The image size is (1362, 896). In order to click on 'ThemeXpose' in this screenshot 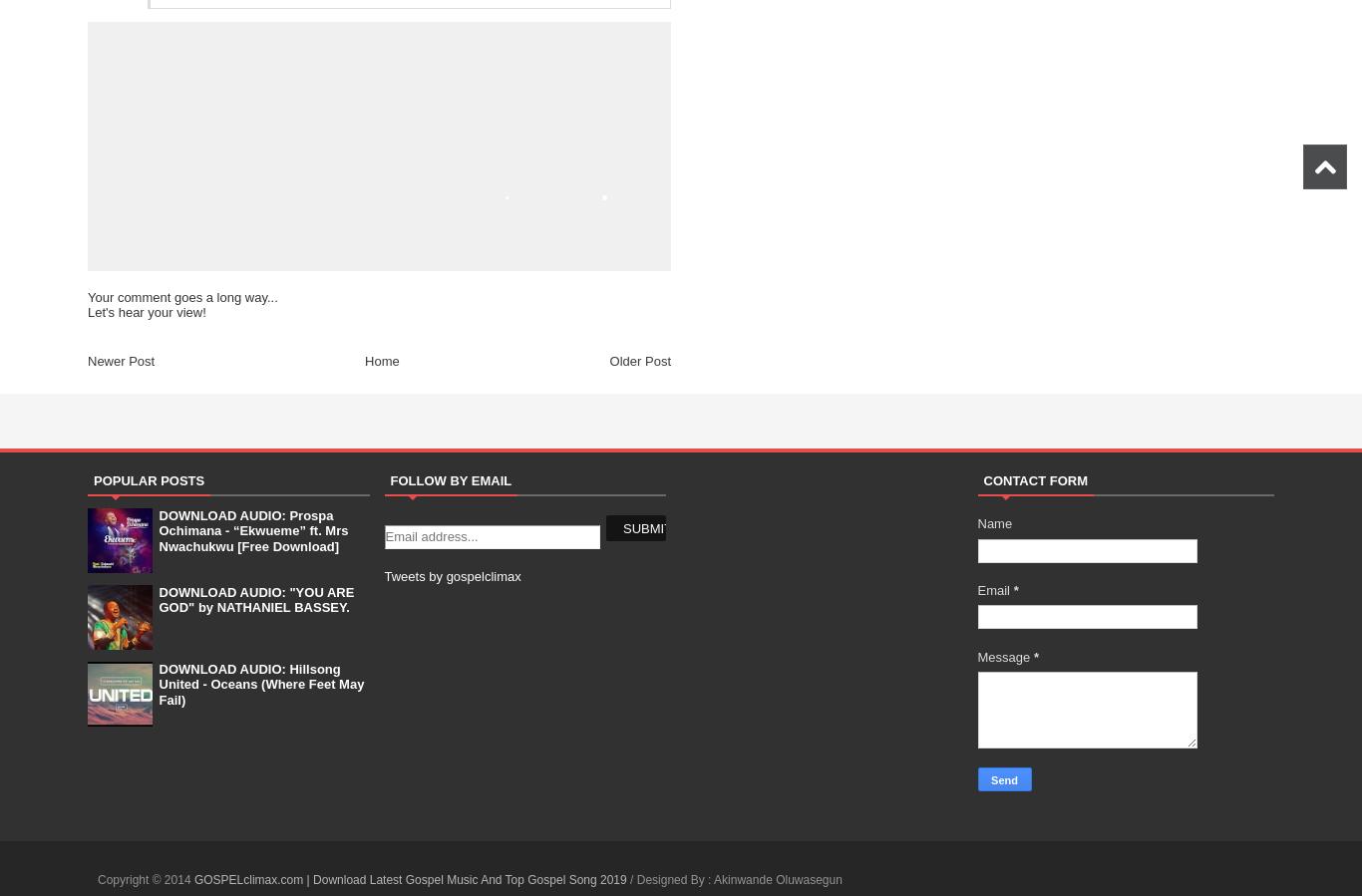, I will do `click(878, 879)`.